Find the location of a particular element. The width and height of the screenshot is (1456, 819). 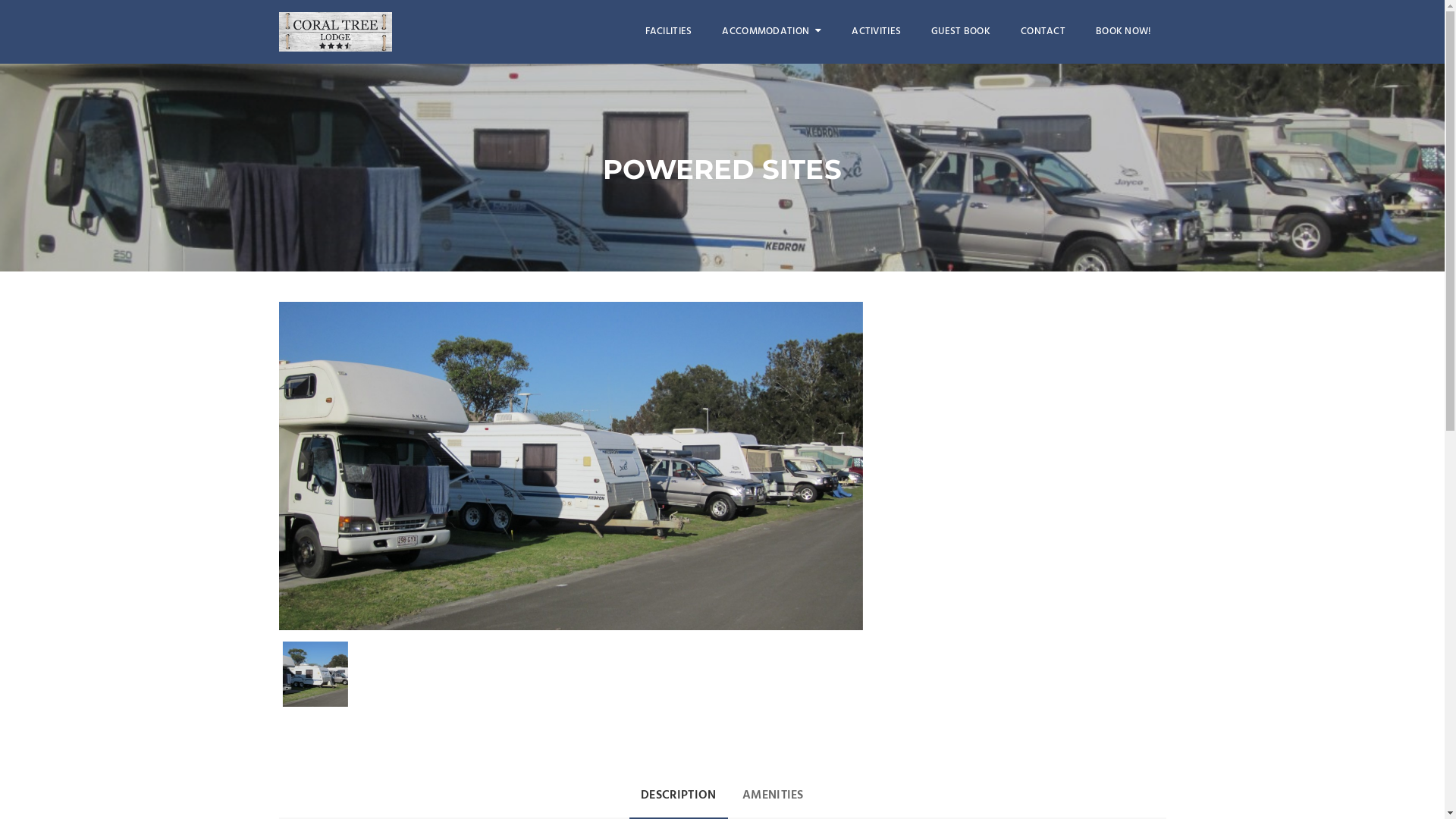

'ACCOMMODATION' is located at coordinates (705, 32).